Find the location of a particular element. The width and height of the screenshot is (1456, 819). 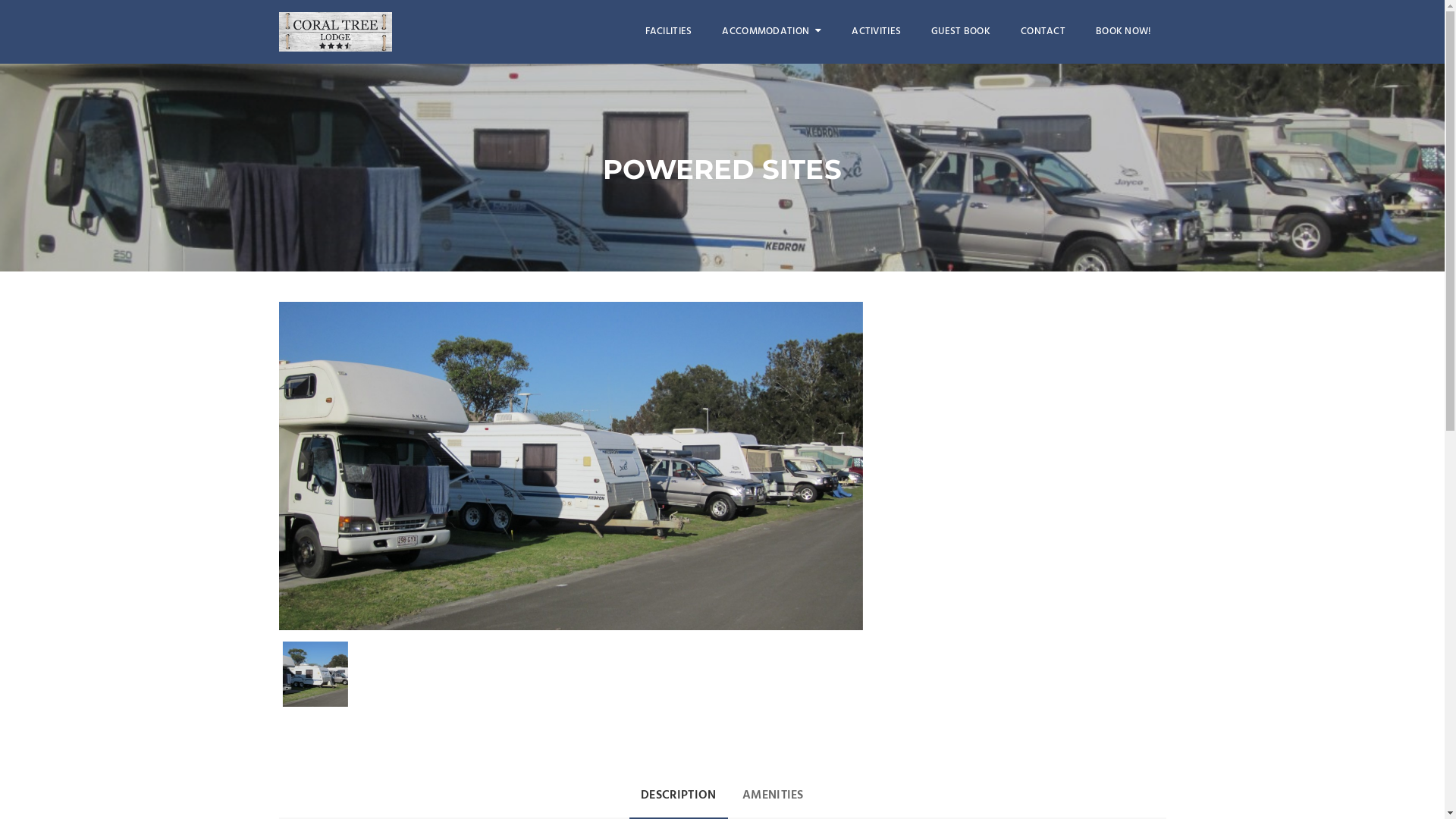

'ACCOMMODATION' is located at coordinates (705, 32).